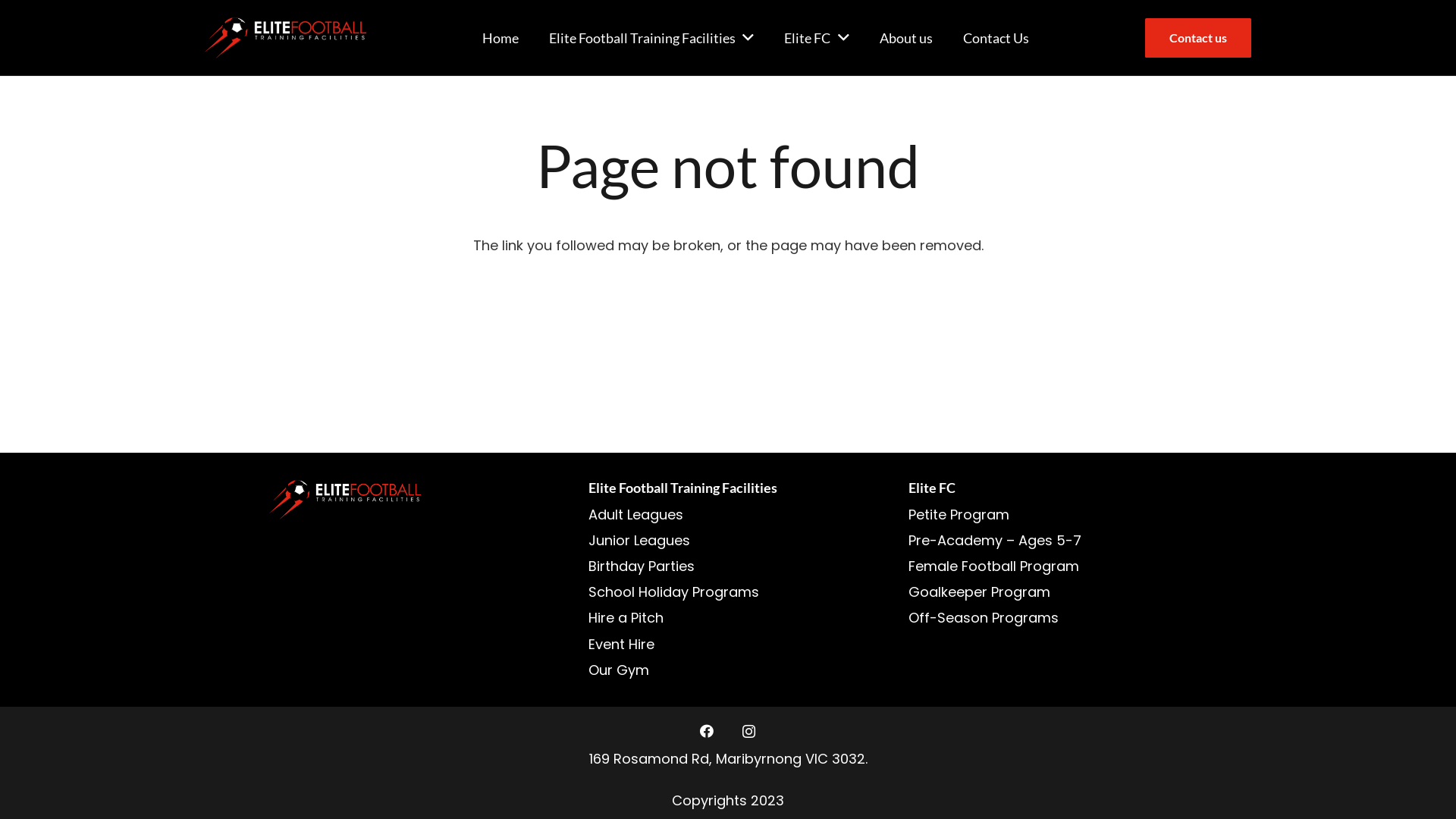 This screenshot has height=819, width=1456. What do you see at coordinates (906, 37) in the screenshot?
I see `'About us'` at bounding box center [906, 37].